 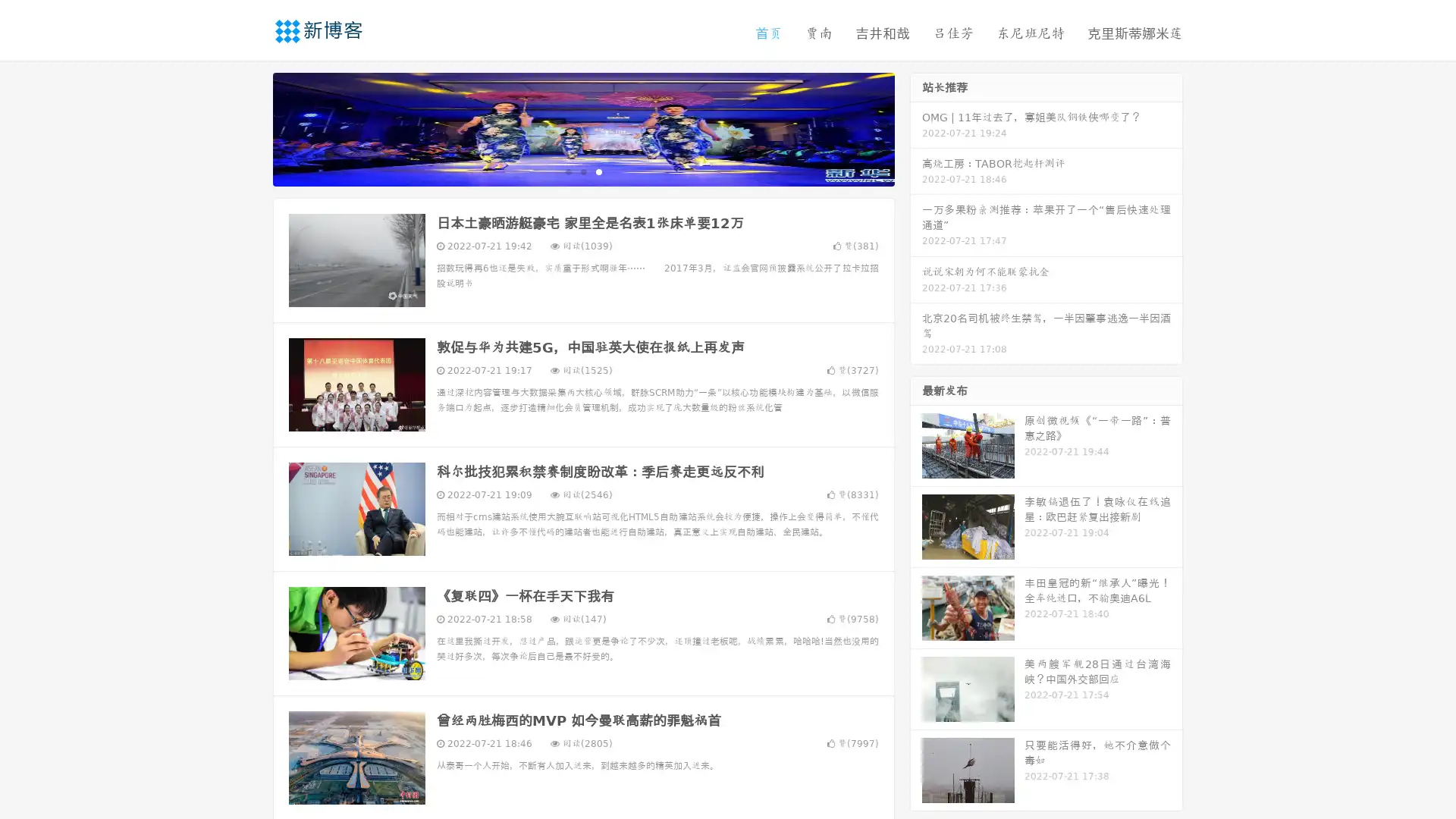 What do you see at coordinates (598, 171) in the screenshot?
I see `Go to slide 3` at bounding box center [598, 171].